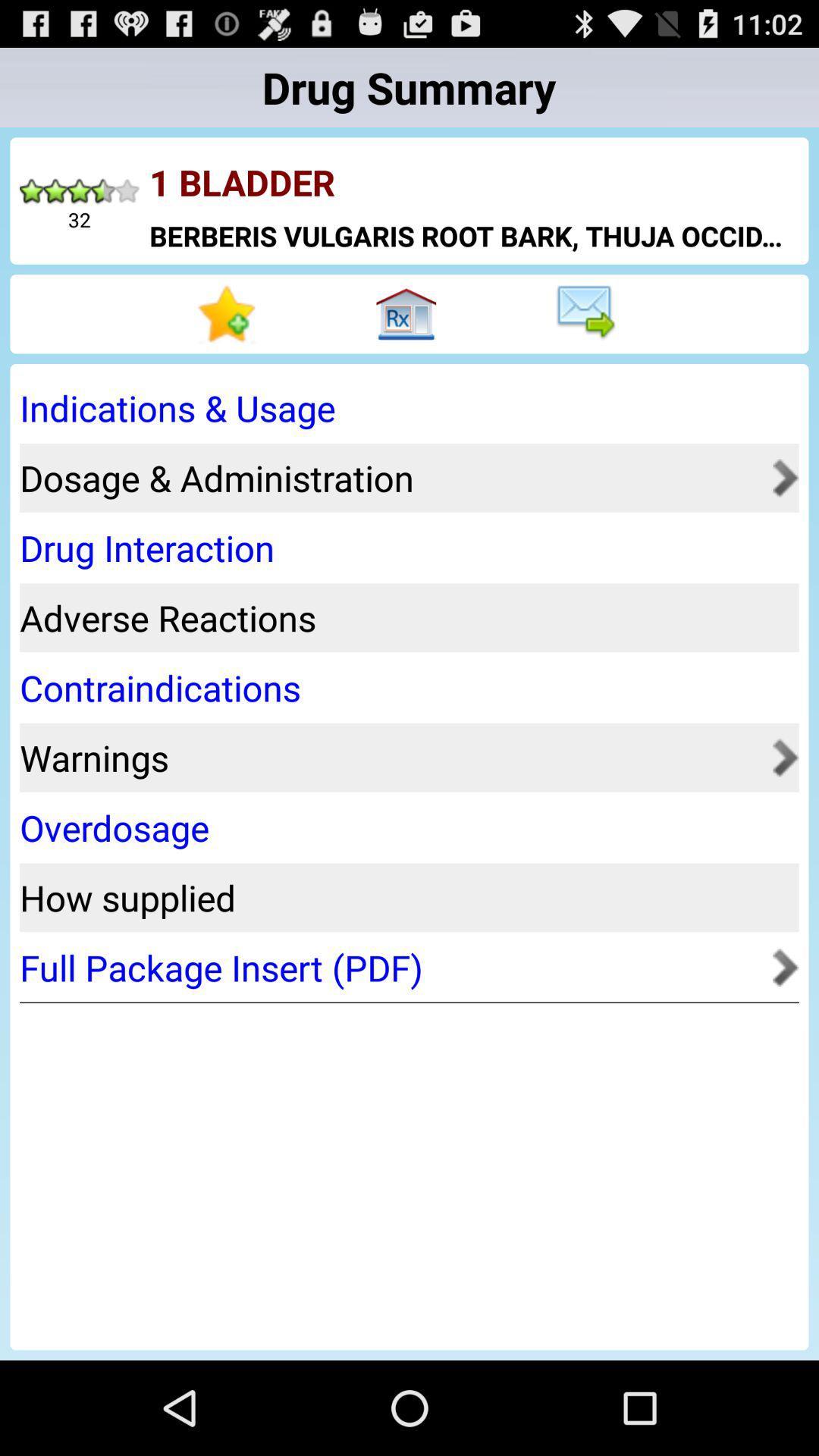 The width and height of the screenshot is (819, 1456). What do you see at coordinates (230, 313) in the screenshot?
I see `make a favorite` at bounding box center [230, 313].